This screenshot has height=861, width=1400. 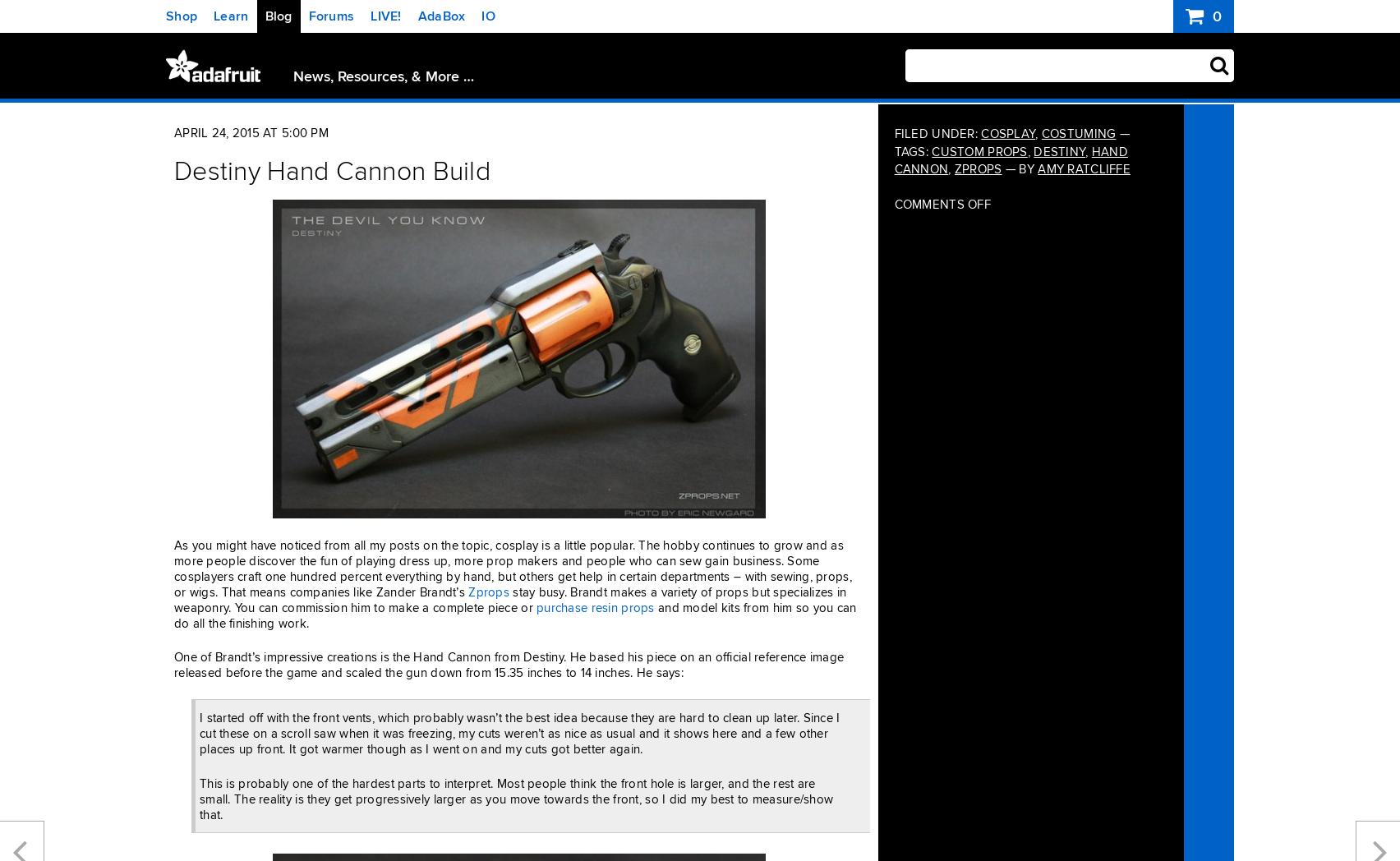 I want to click on 'Comments Off', so click(x=941, y=203).